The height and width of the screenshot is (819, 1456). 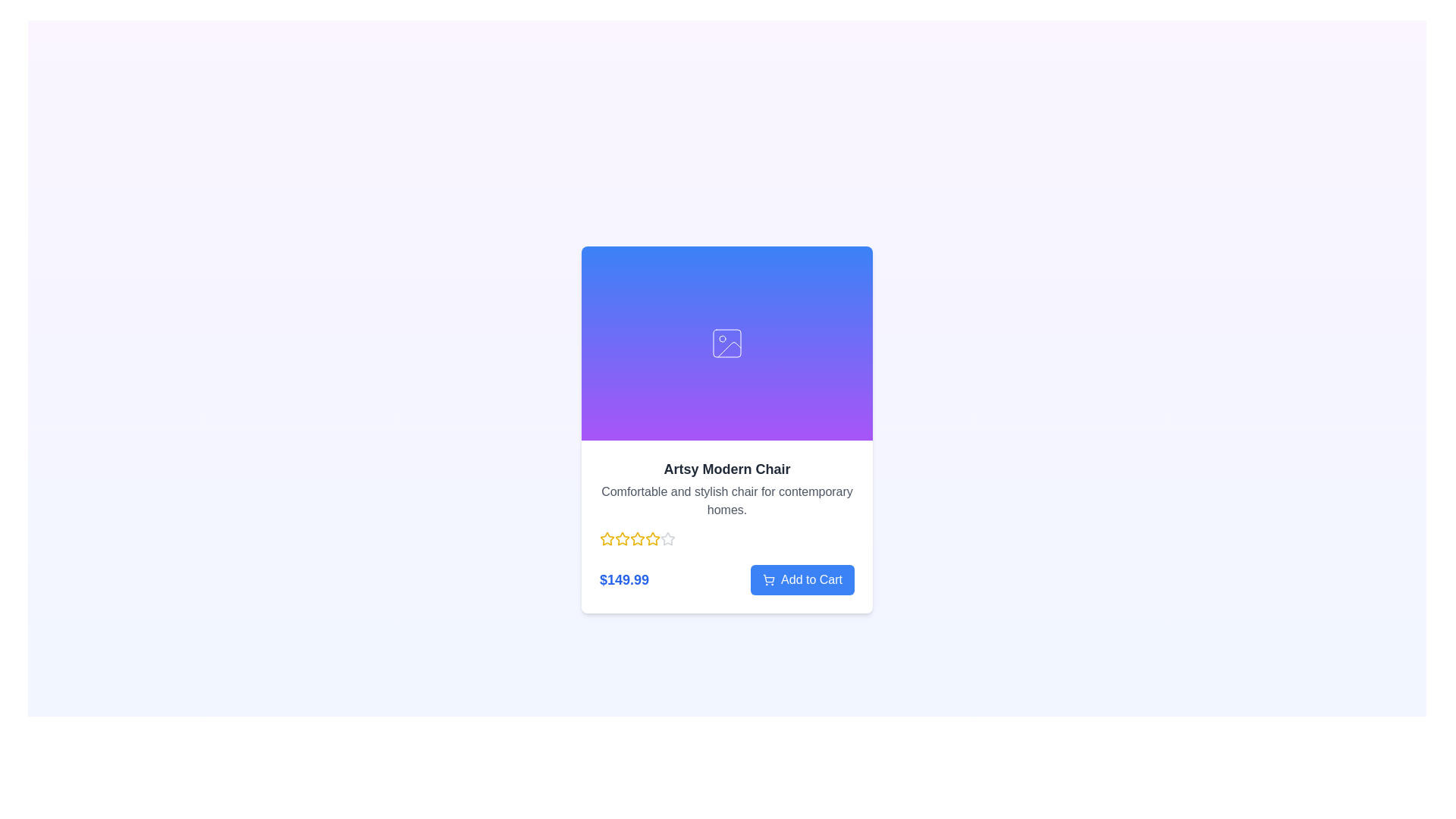 I want to click on the fourth star-shaped rating icon with a yellow outline to update the selection in the product information card, so click(x=637, y=538).